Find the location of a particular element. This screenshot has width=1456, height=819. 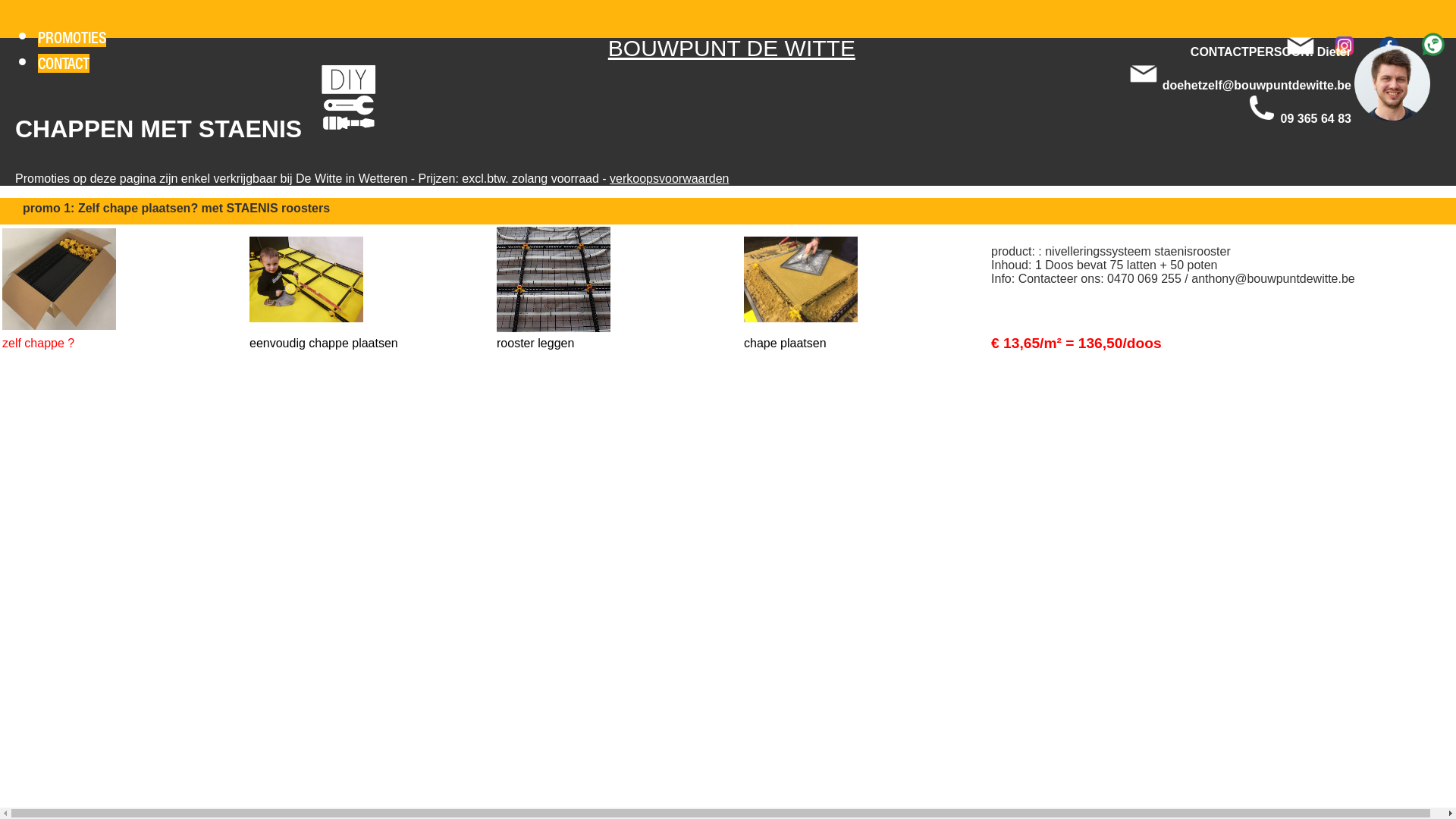

'PROMOTIES' is located at coordinates (37, 36).